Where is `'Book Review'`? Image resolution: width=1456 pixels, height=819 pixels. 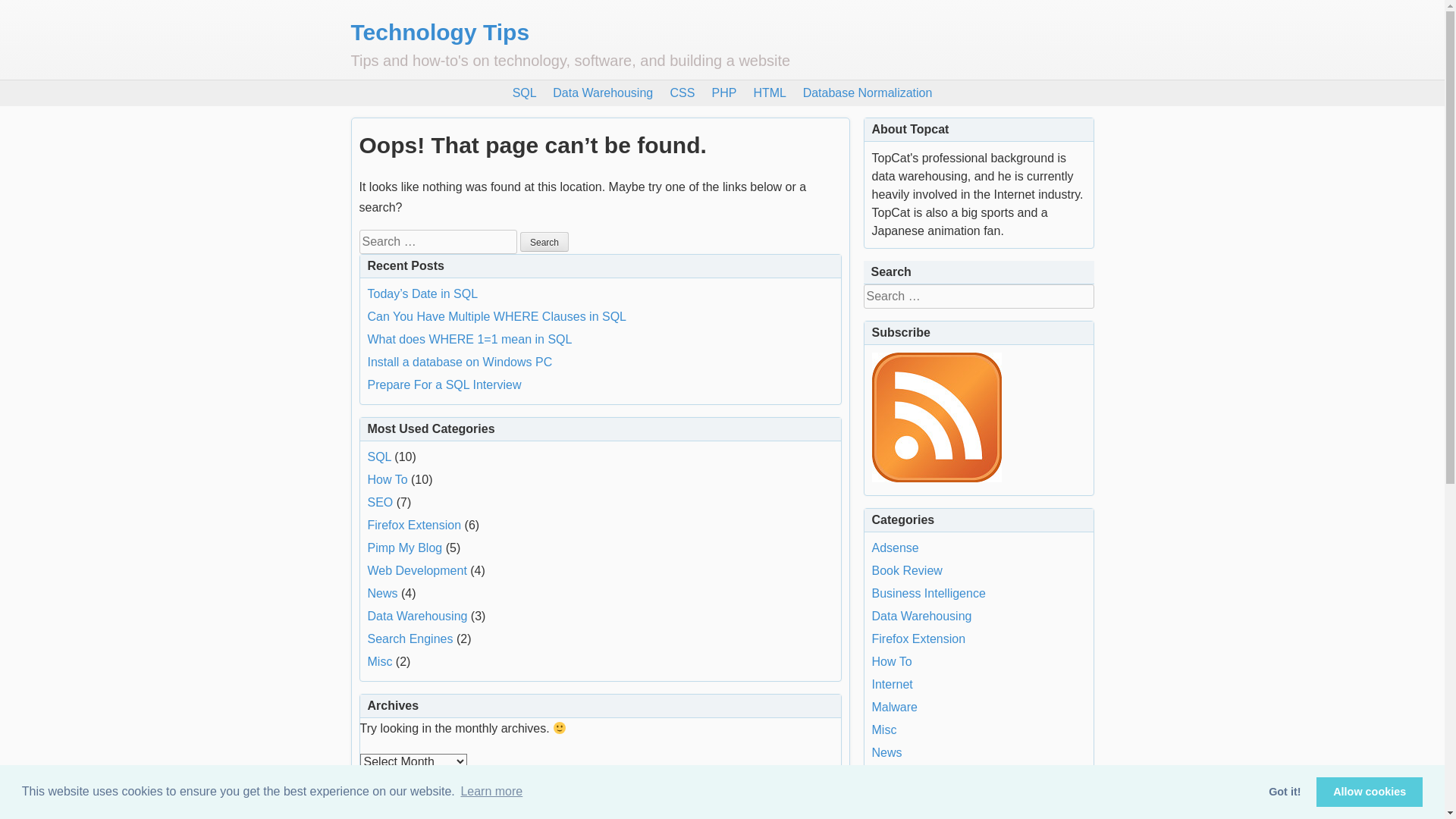
'Book Review' is located at coordinates (907, 570).